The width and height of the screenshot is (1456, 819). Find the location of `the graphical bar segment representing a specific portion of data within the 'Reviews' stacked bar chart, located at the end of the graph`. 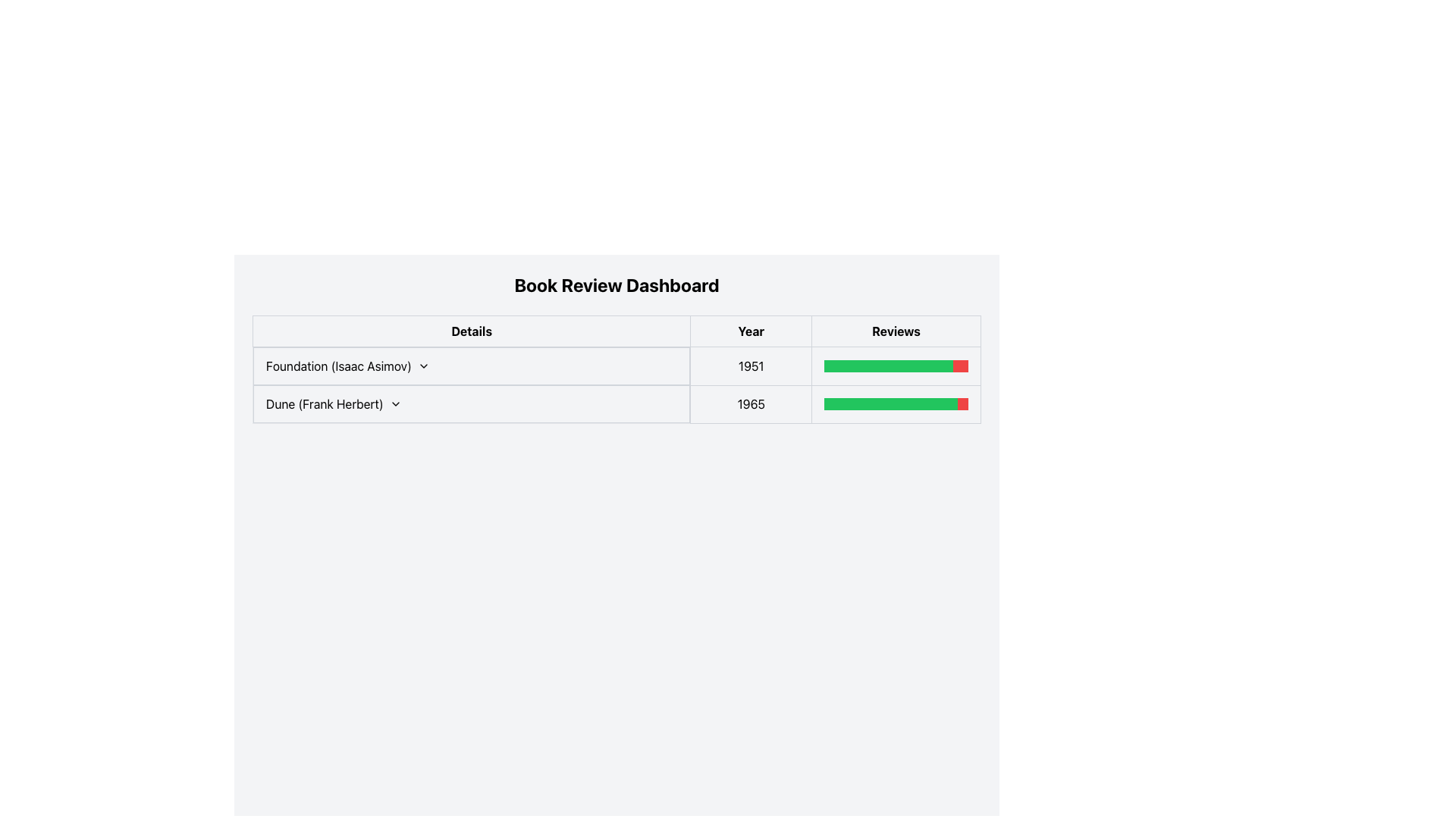

the graphical bar segment representing a specific portion of data within the 'Reviews' stacked bar chart, located at the end of the graph is located at coordinates (962, 403).